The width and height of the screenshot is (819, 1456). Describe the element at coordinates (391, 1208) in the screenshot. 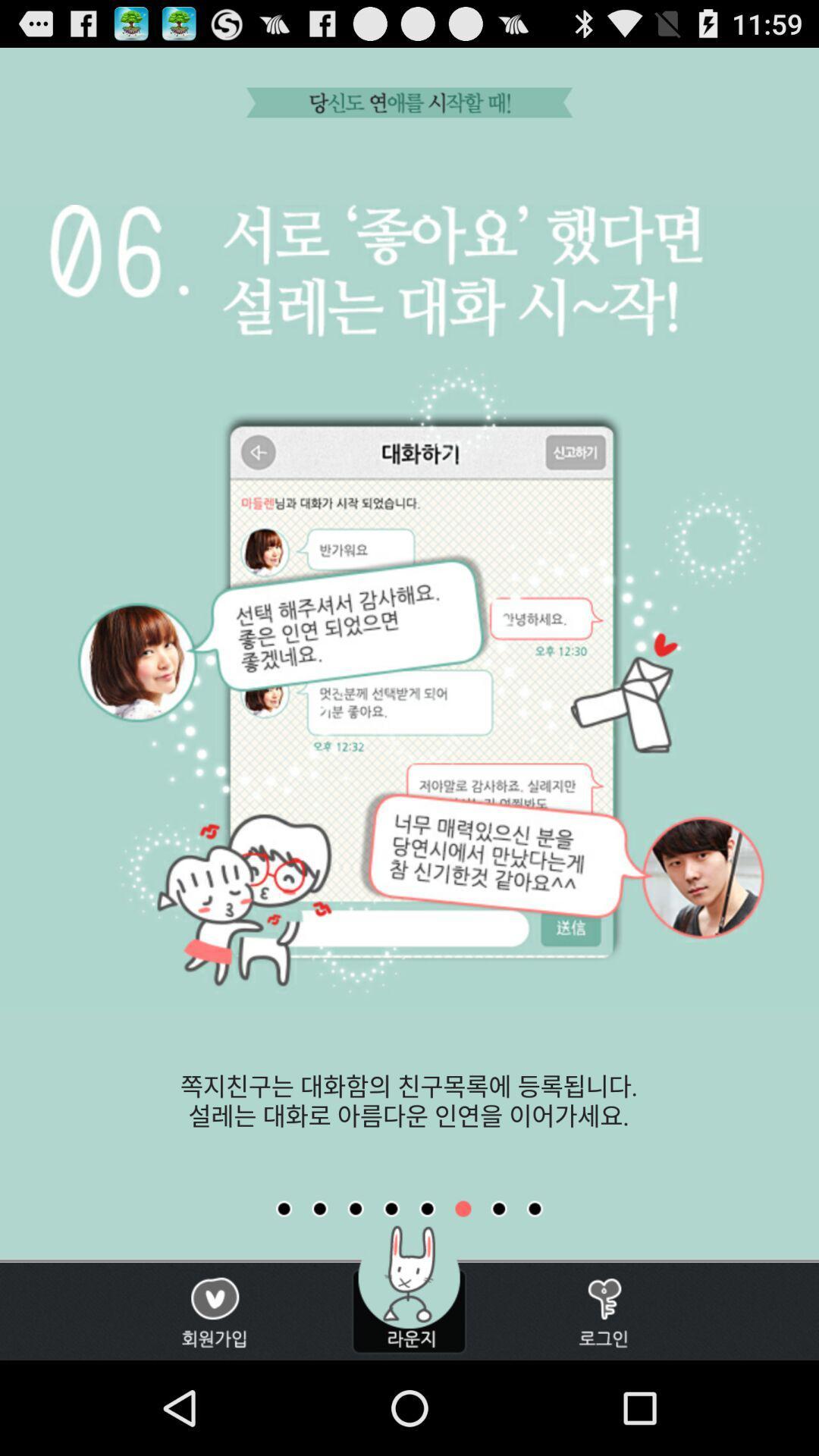

I see `change page` at that location.